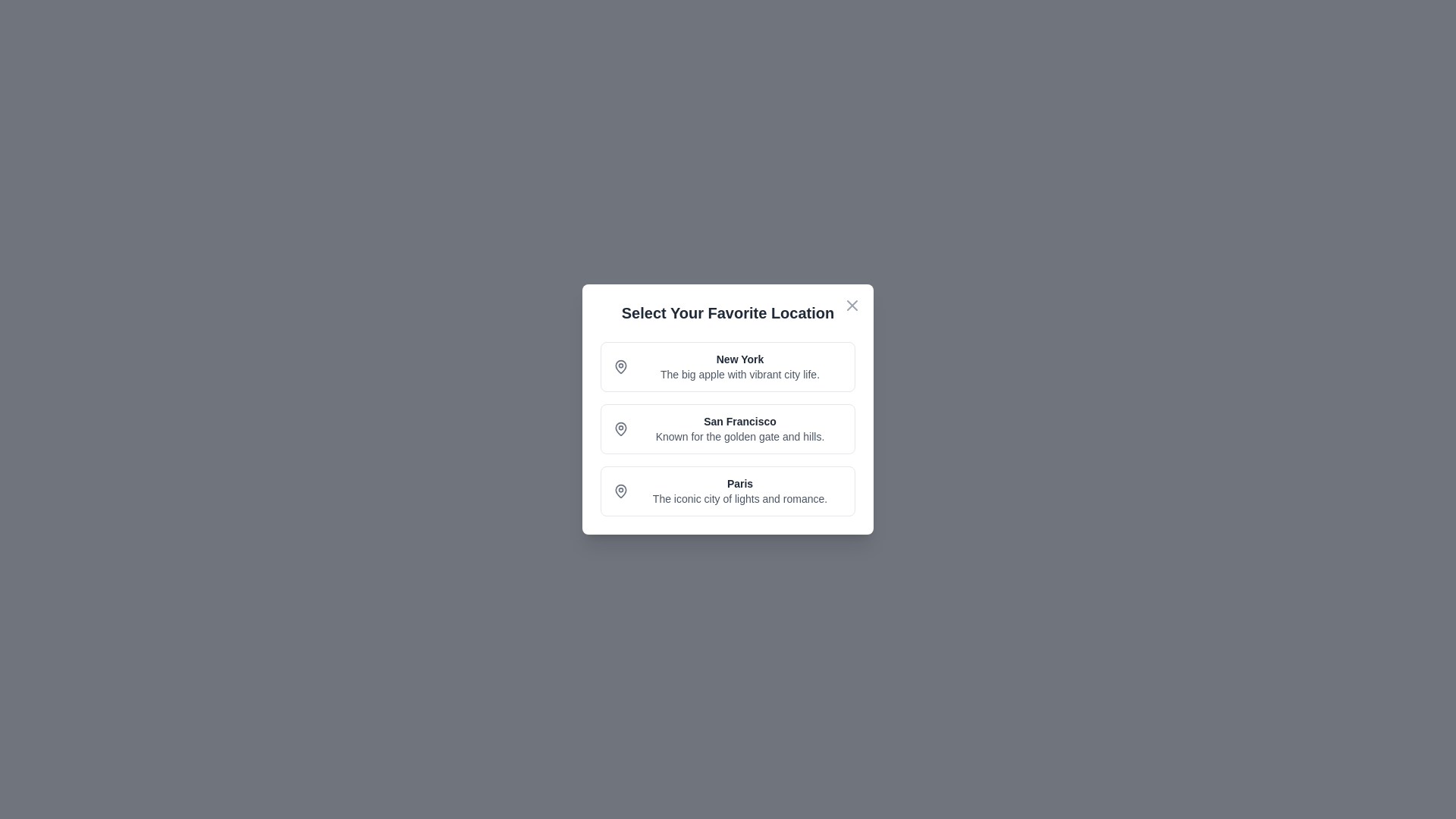 The width and height of the screenshot is (1456, 819). I want to click on the location card for New York, so click(728, 366).